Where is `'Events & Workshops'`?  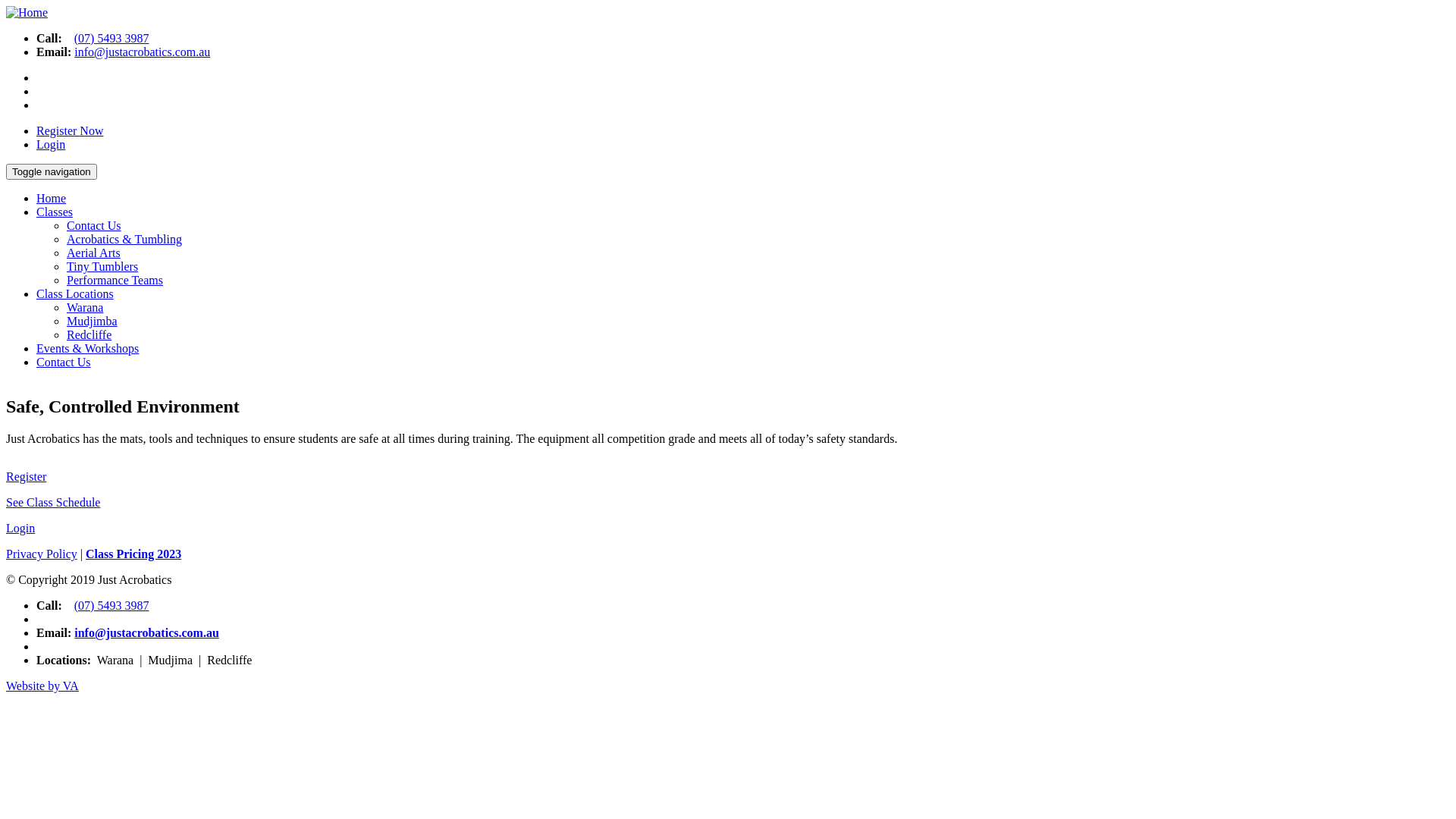
'Events & Workshops' is located at coordinates (86, 348).